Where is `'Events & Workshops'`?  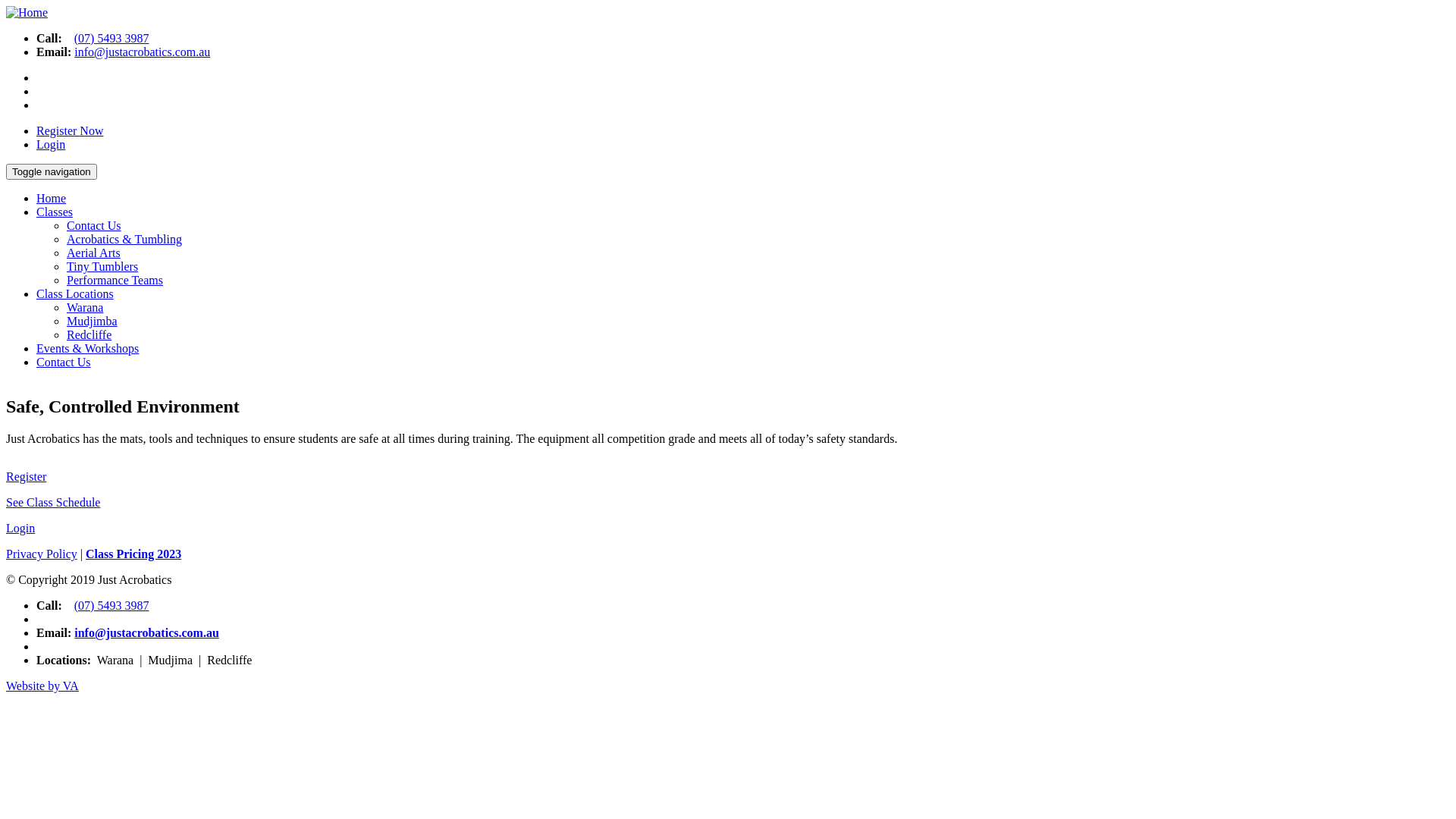
'Events & Workshops' is located at coordinates (86, 348).